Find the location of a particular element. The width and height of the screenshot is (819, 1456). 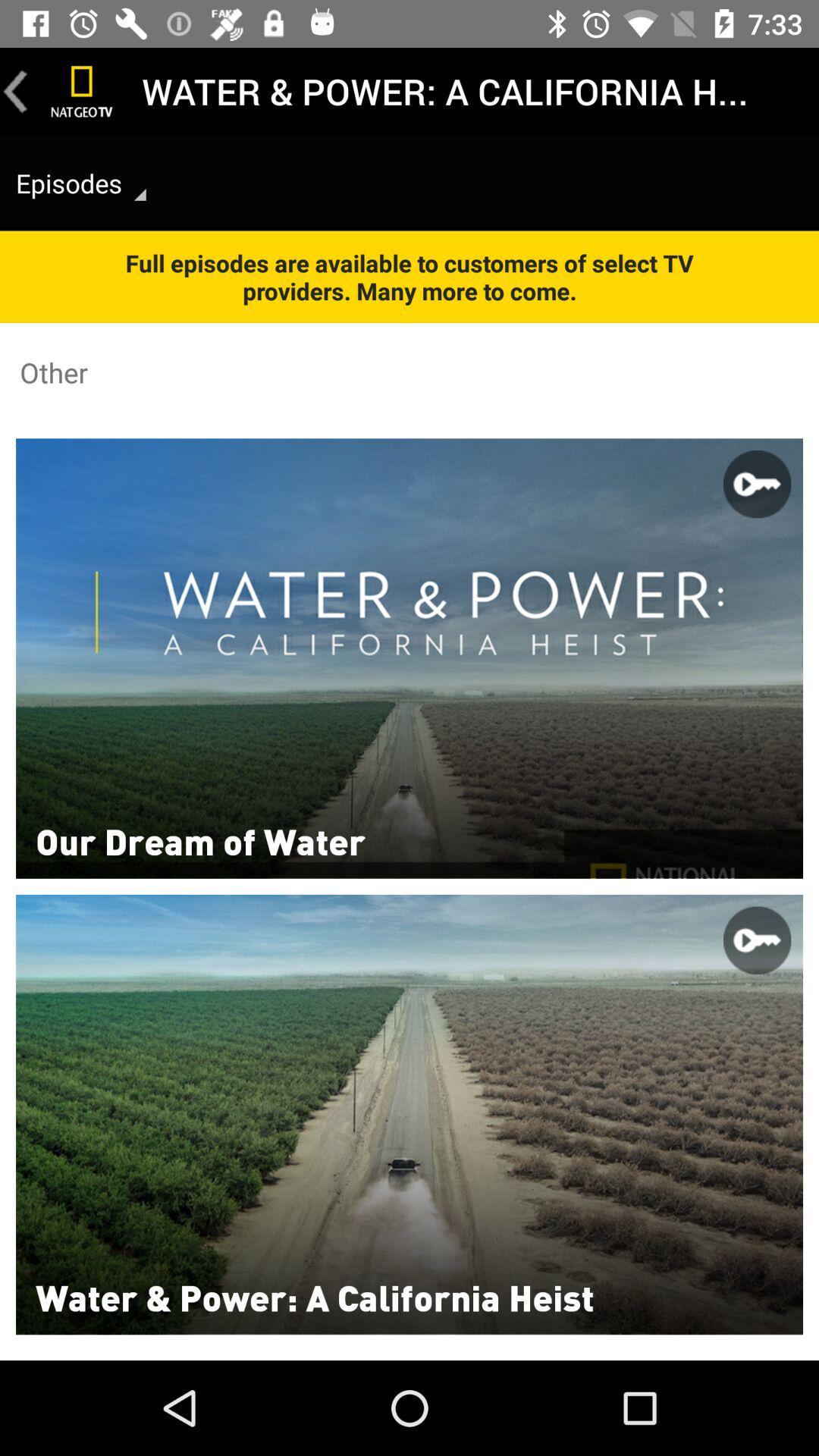

the item above other item is located at coordinates (409, 277).